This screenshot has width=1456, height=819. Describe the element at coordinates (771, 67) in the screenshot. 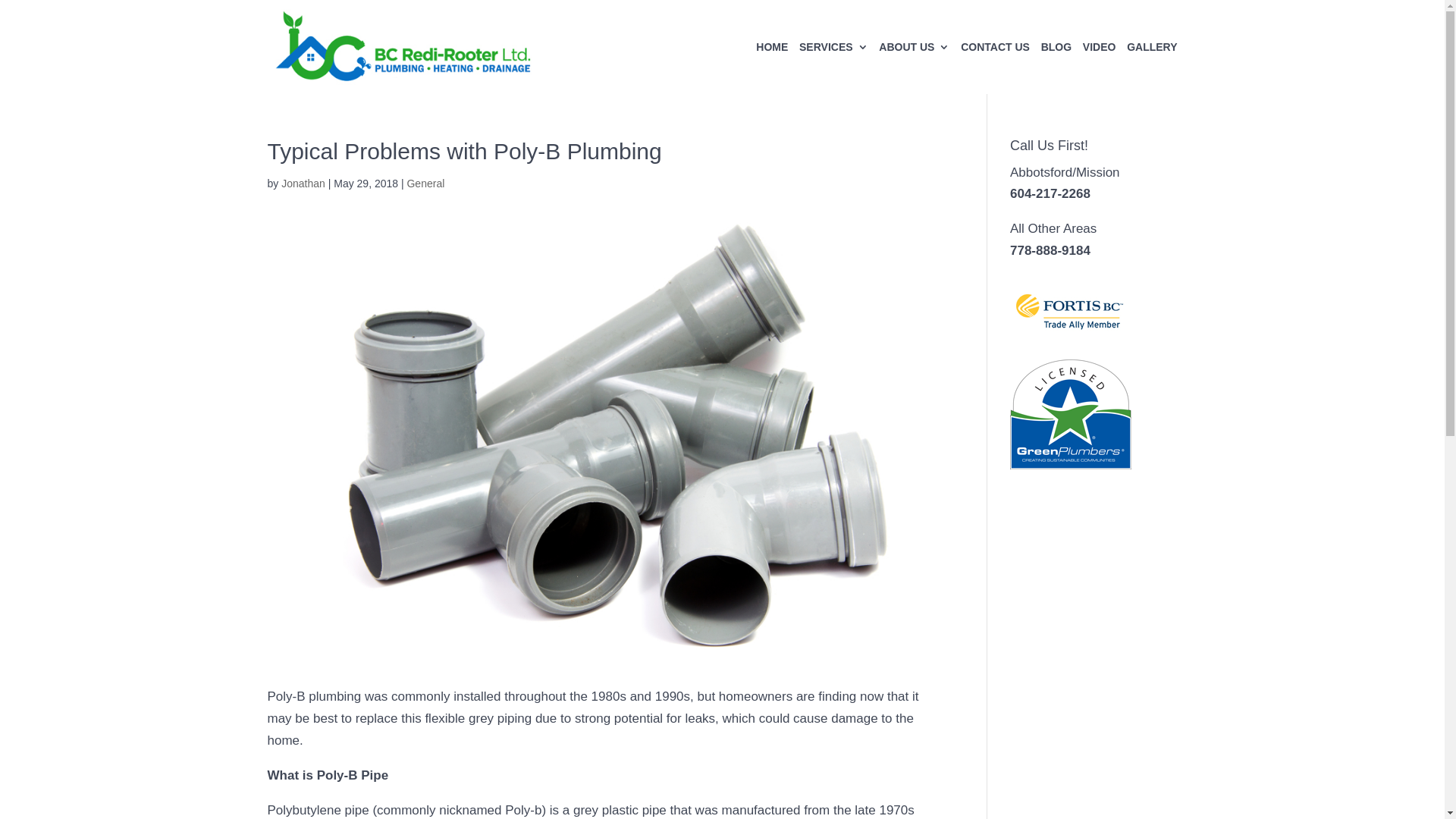

I see `'HOME'` at that location.